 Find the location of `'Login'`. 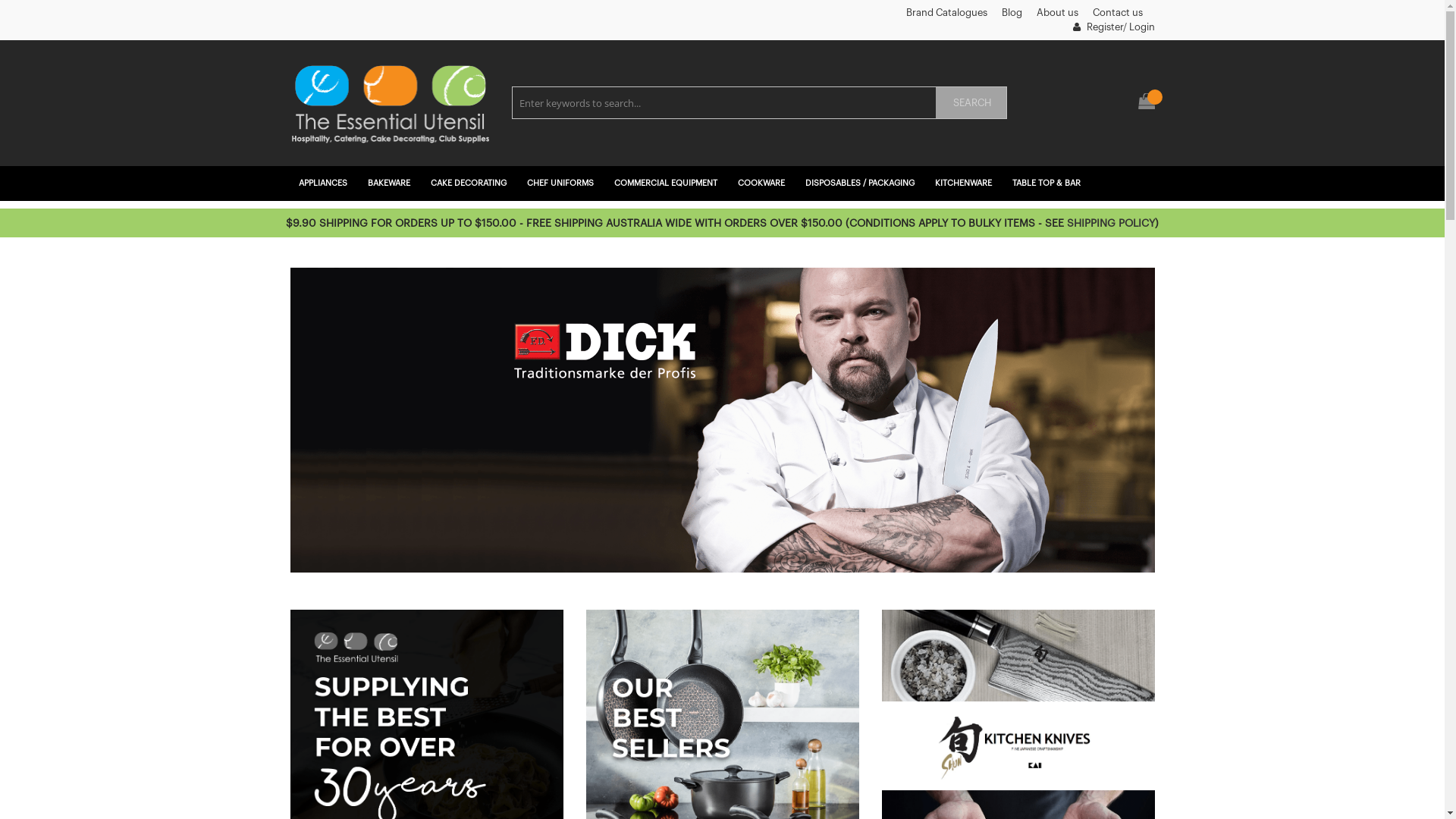

'Login' is located at coordinates (1141, 27).